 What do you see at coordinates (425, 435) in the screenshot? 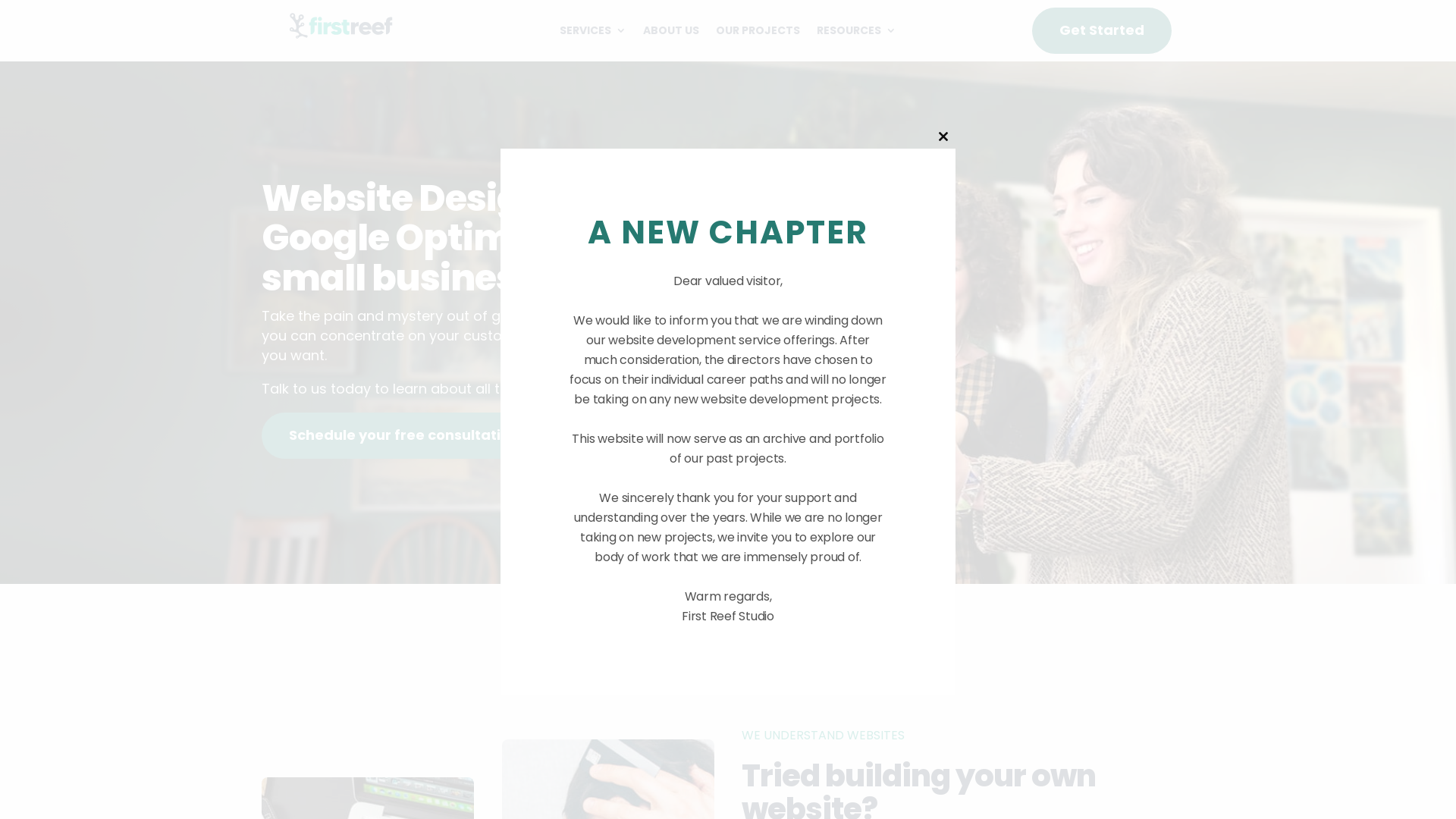
I see `'Schedule your free consultation today'` at bounding box center [425, 435].